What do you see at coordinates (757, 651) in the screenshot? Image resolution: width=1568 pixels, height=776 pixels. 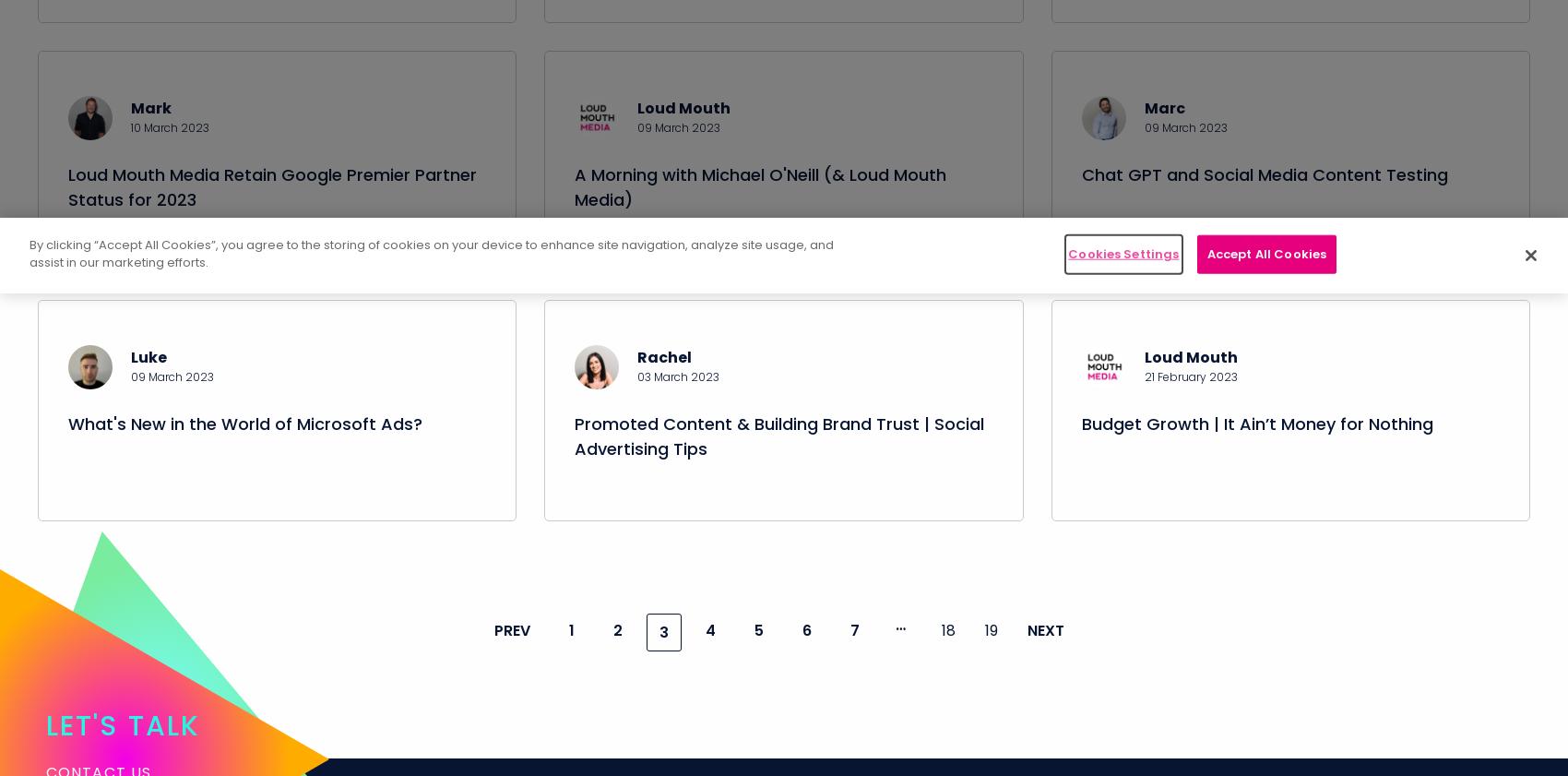 I see `'5'` at bounding box center [757, 651].